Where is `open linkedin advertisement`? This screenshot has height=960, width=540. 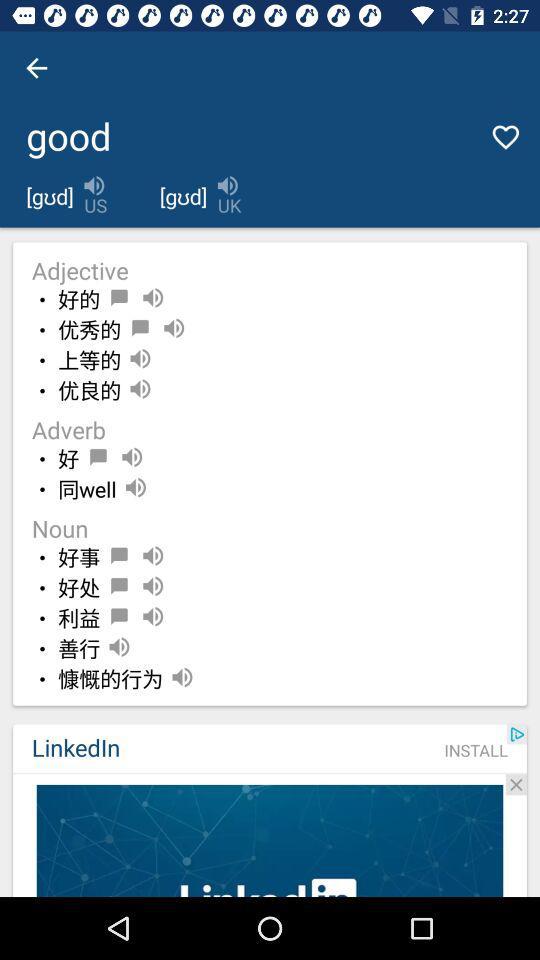 open linkedin advertisement is located at coordinates (270, 840).